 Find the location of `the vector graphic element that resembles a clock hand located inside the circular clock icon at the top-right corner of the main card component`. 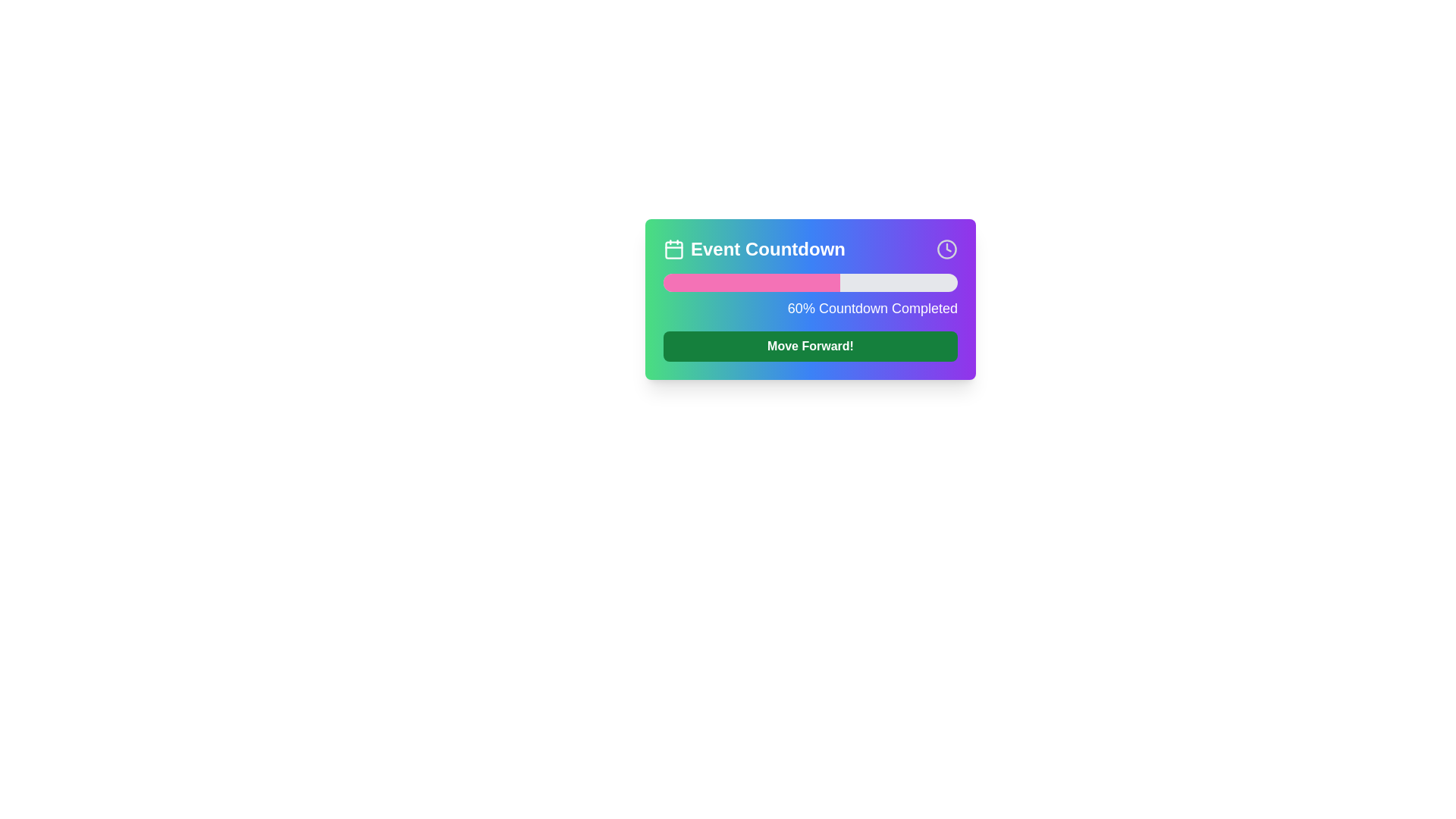

the vector graphic element that resembles a clock hand located inside the circular clock icon at the top-right corner of the main card component is located at coordinates (948, 246).